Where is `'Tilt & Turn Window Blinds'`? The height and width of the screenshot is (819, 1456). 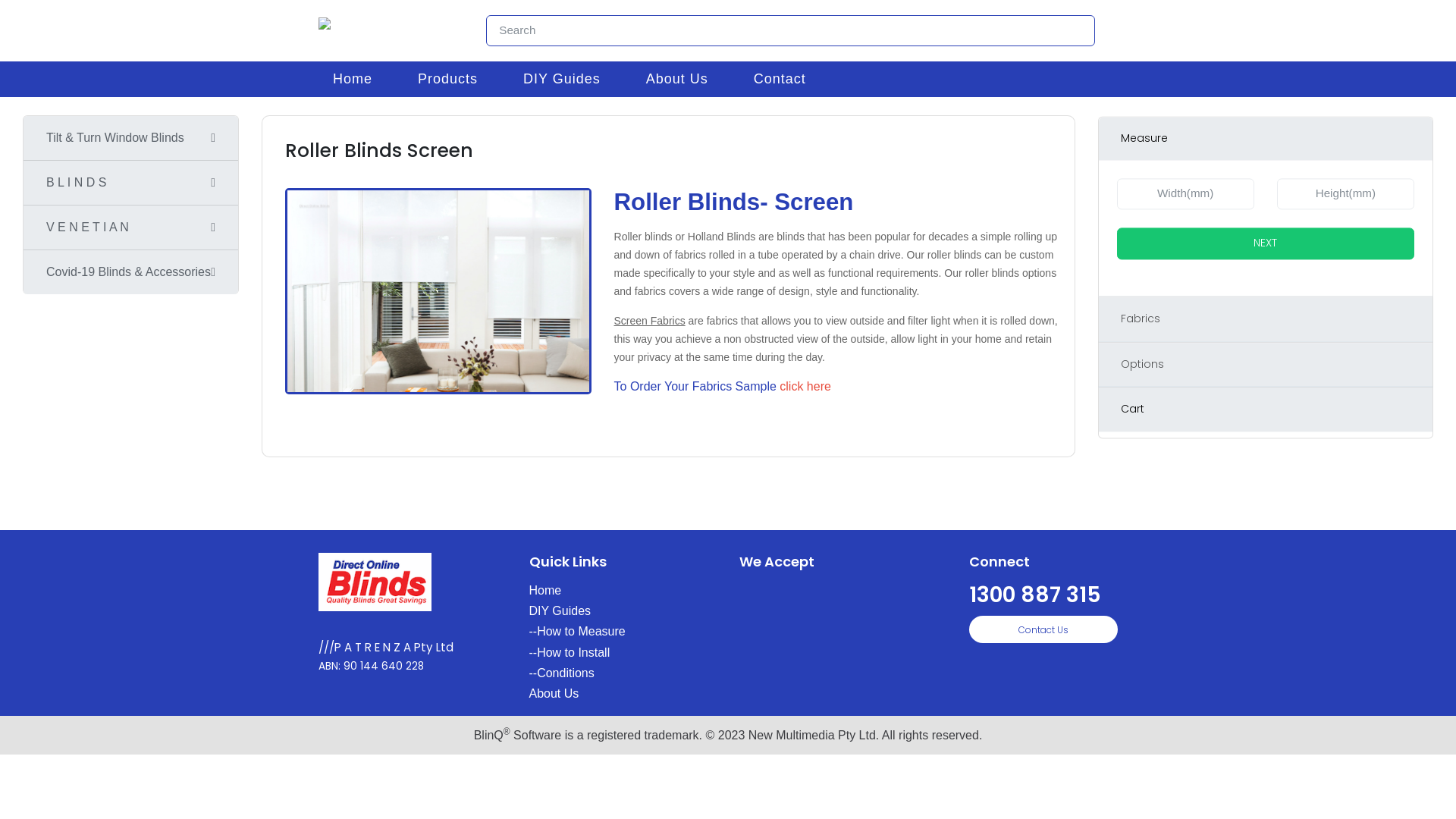 'Tilt & Turn Window Blinds' is located at coordinates (115, 137).